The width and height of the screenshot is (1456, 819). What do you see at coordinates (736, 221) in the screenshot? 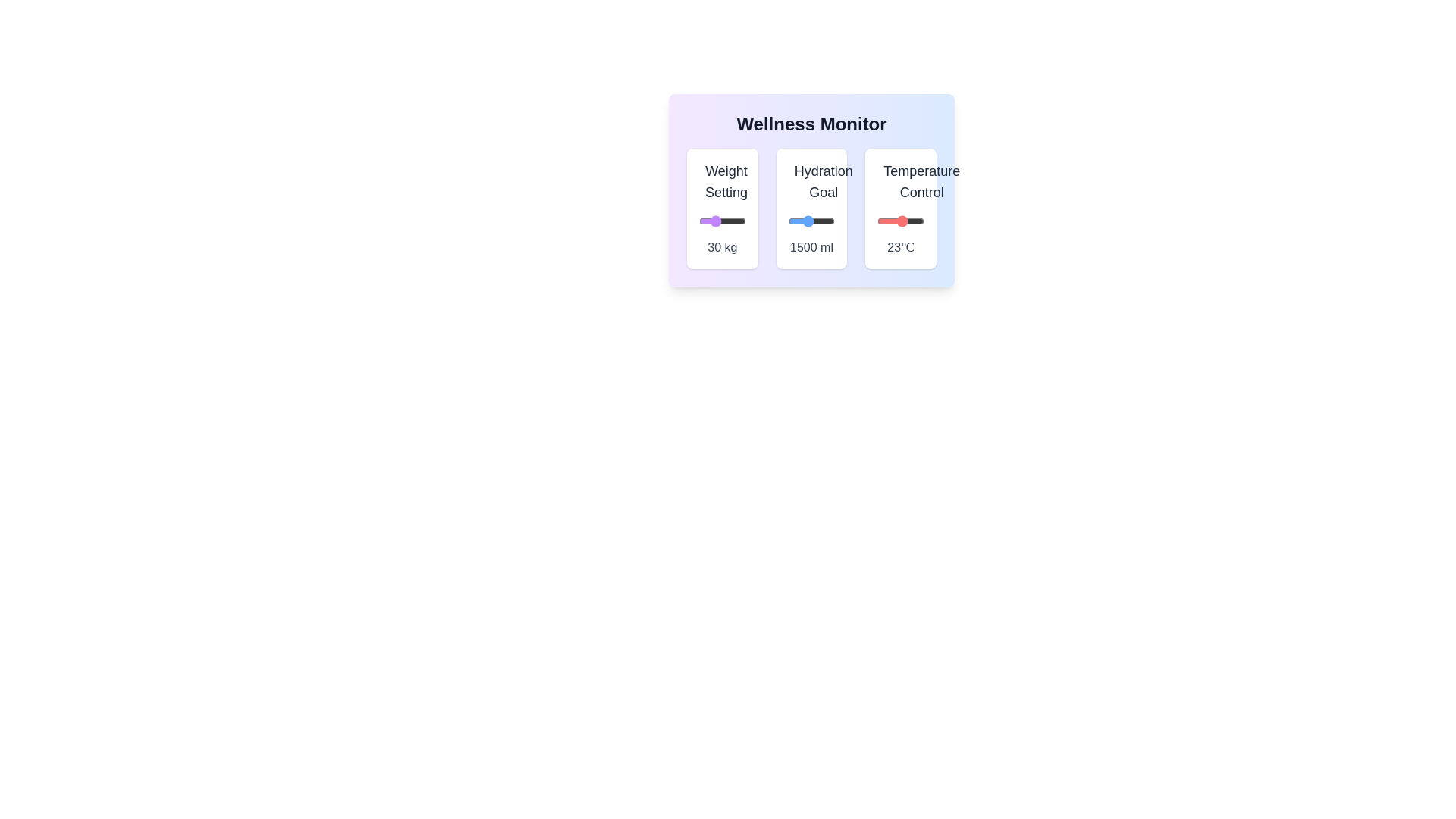
I see `the weight setting` at bounding box center [736, 221].